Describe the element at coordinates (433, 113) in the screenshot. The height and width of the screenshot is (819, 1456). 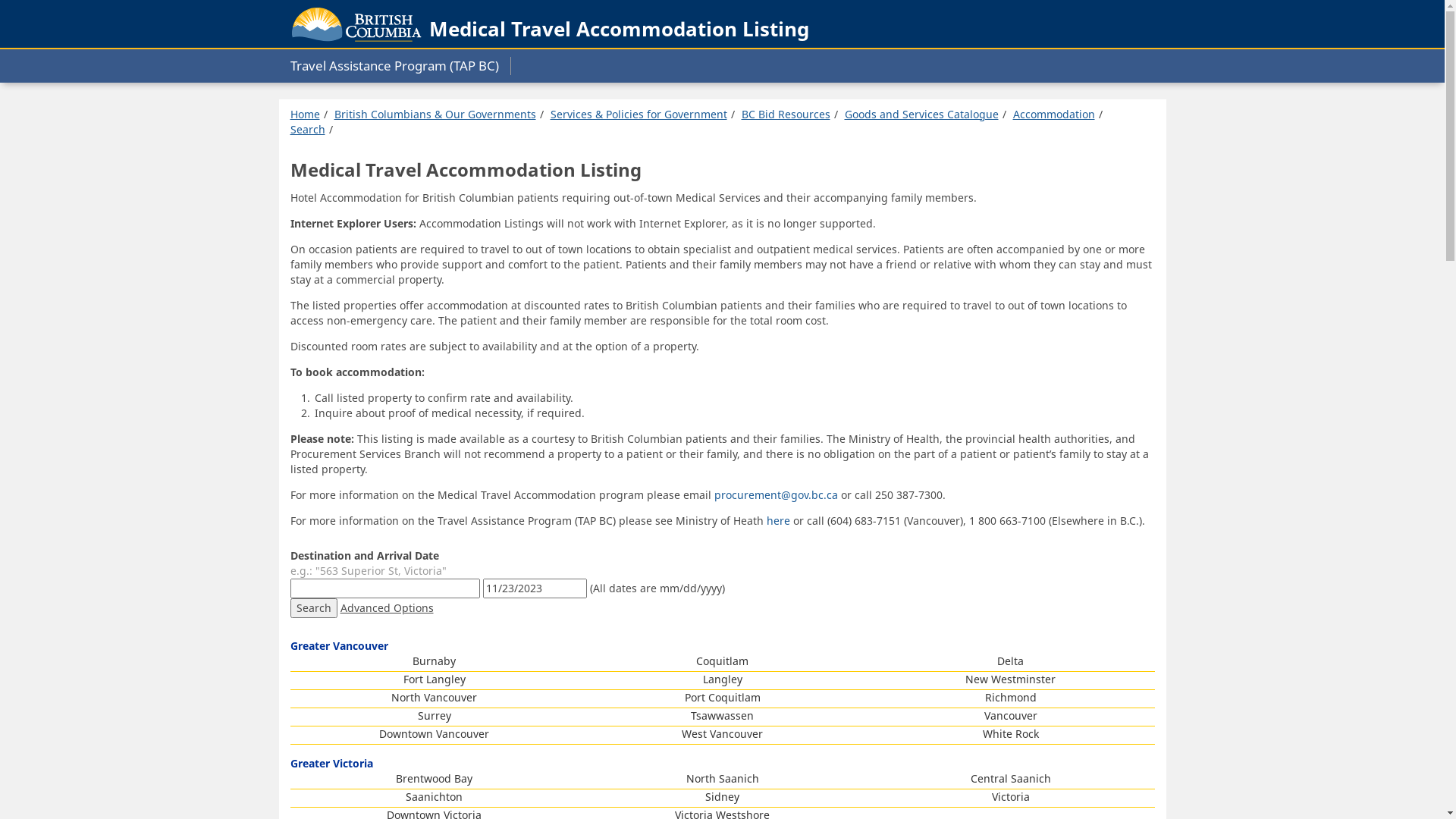
I see `'British Columbians & Our Governments'` at that location.